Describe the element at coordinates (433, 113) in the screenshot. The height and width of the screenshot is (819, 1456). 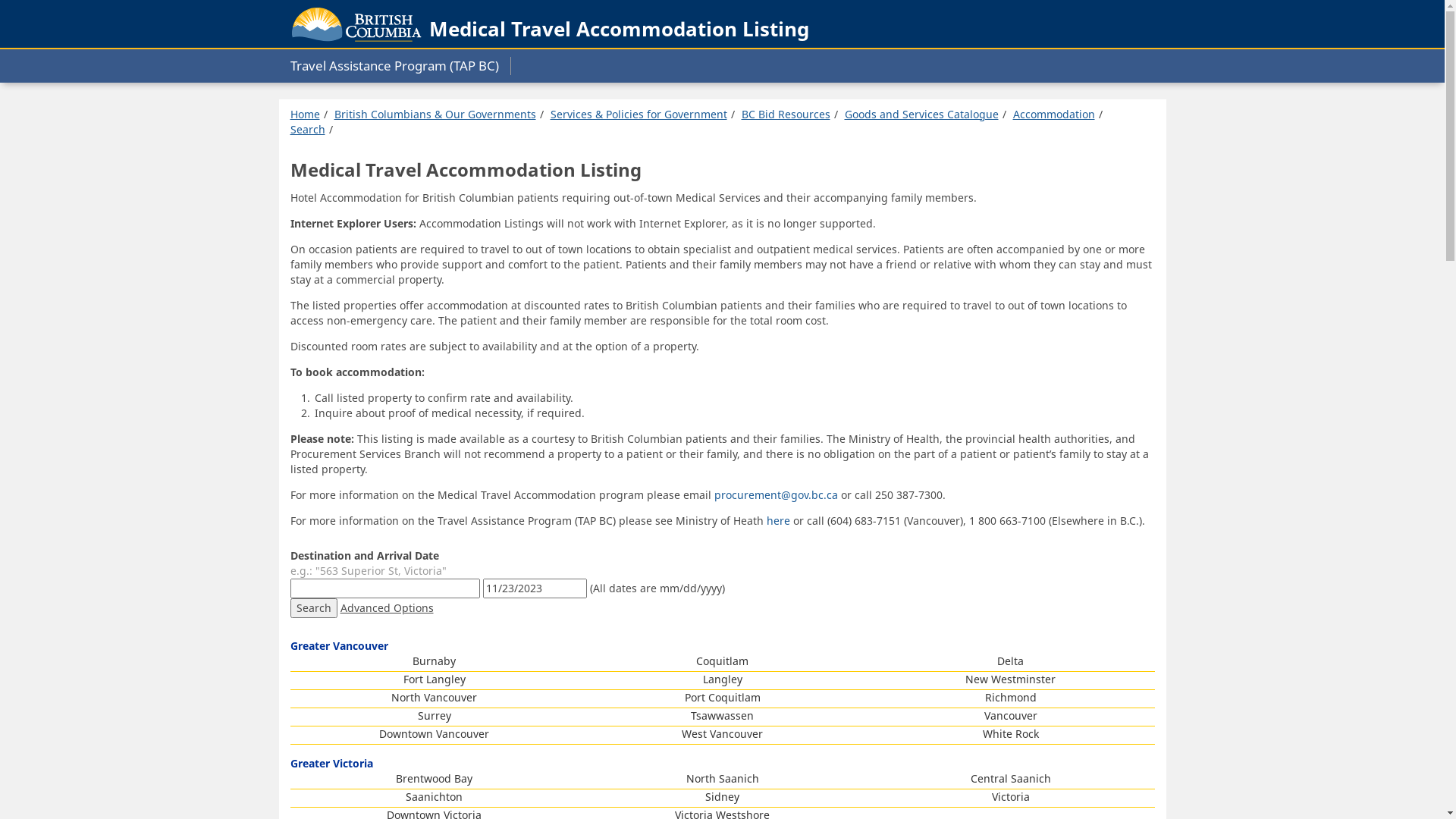
I see `'British Columbians & Our Governments'` at that location.